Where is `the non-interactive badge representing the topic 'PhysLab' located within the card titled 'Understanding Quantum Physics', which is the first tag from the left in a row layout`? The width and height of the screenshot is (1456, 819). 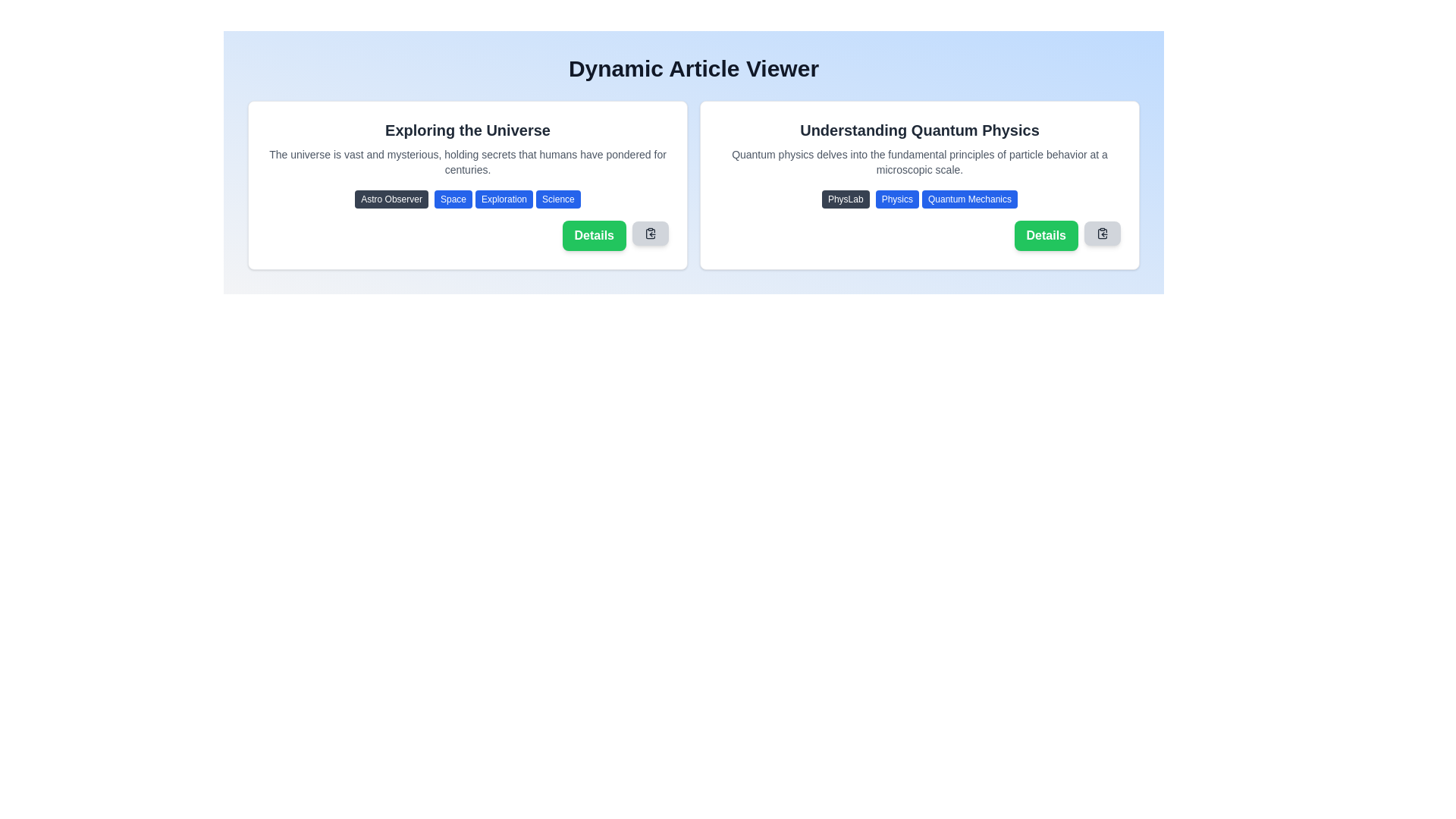
the non-interactive badge representing the topic 'PhysLab' located within the card titled 'Understanding Quantum Physics', which is the first tag from the left in a row layout is located at coordinates (845, 198).